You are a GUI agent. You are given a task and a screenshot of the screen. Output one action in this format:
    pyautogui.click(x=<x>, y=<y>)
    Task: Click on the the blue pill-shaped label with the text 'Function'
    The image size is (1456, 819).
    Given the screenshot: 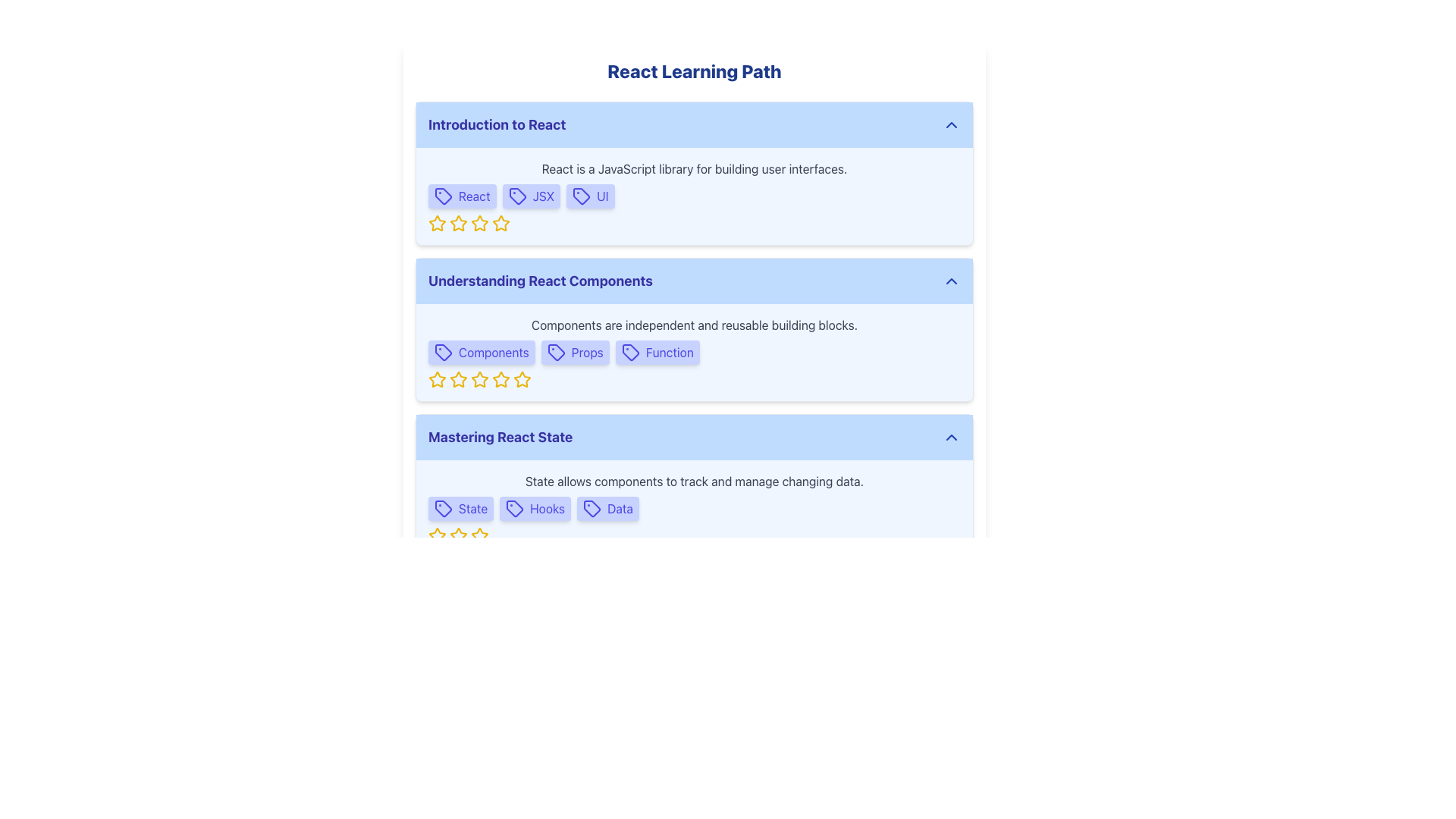 What is the action you would take?
    pyautogui.click(x=657, y=353)
    